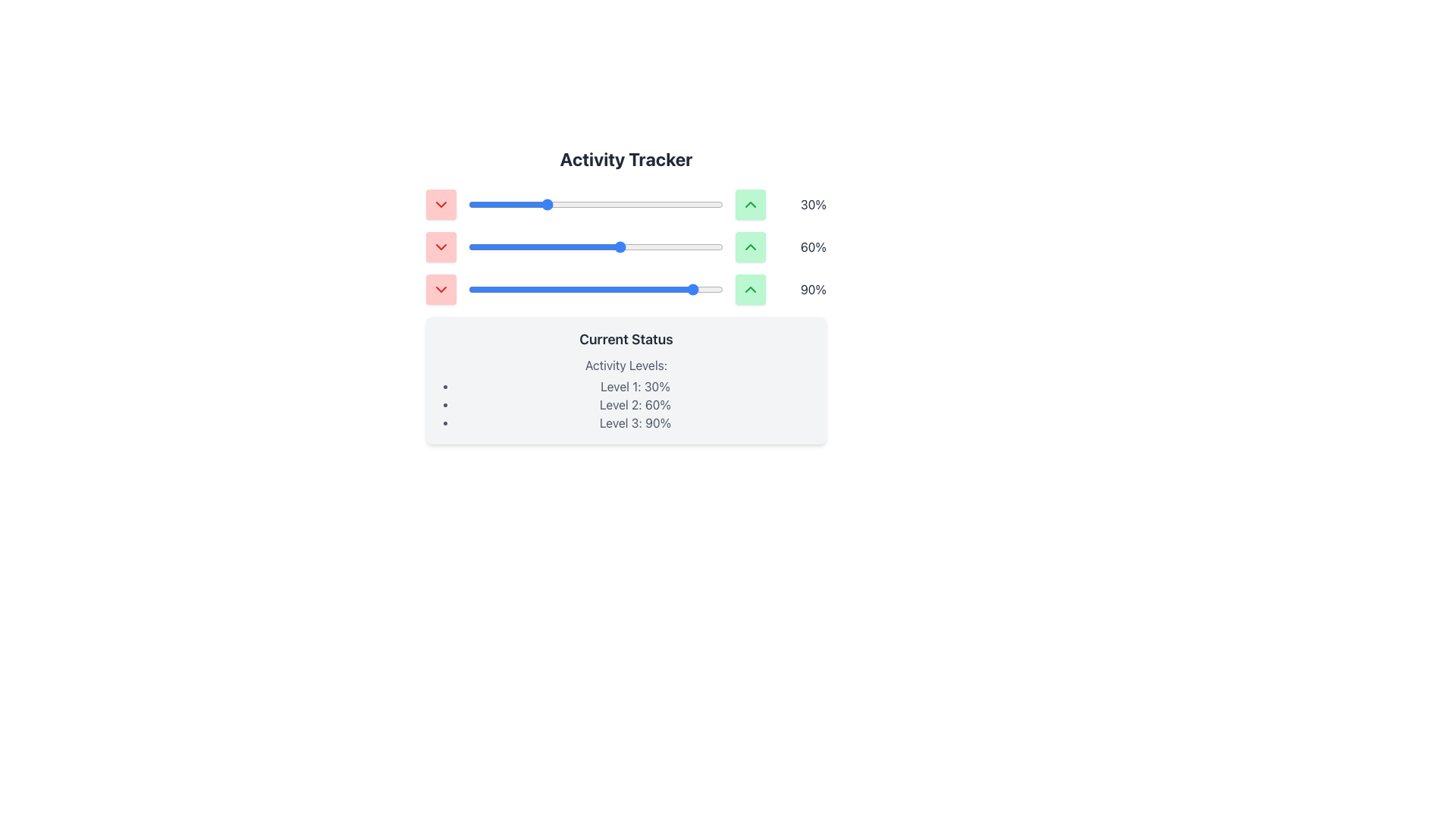 The width and height of the screenshot is (1456, 819). Describe the element at coordinates (635, 403) in the screenshot. I see `the Text List displaying percentage values for three levels, located under the 'Activity Levels:' subheading in the 'Current Status' section` at that location.